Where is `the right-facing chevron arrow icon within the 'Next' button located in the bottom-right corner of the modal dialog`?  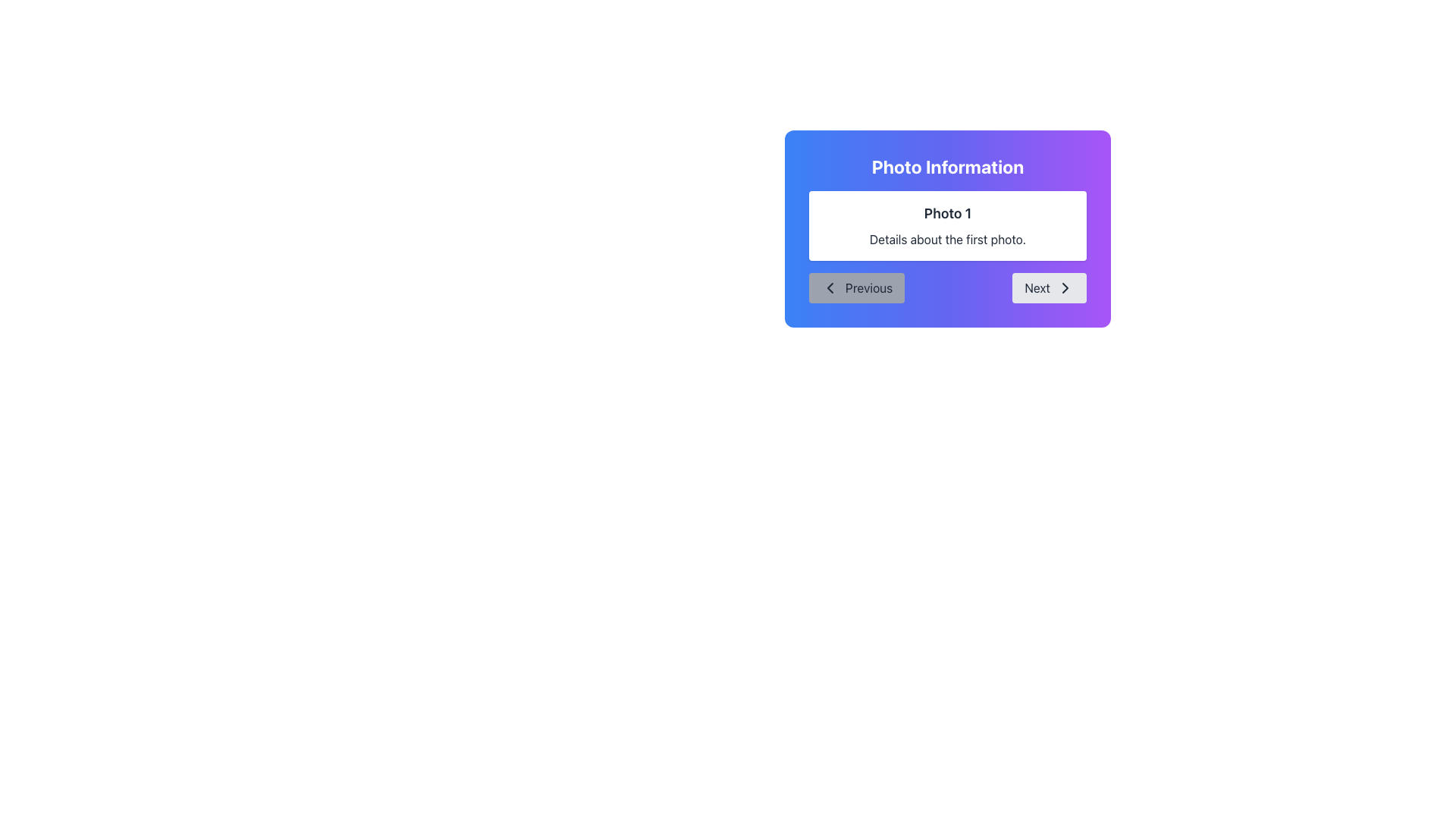
the right-facing chevron arrow icon within the 'Next' button located in the bottom-right corner of the modal dialog is located at coordinates (1065, 288).